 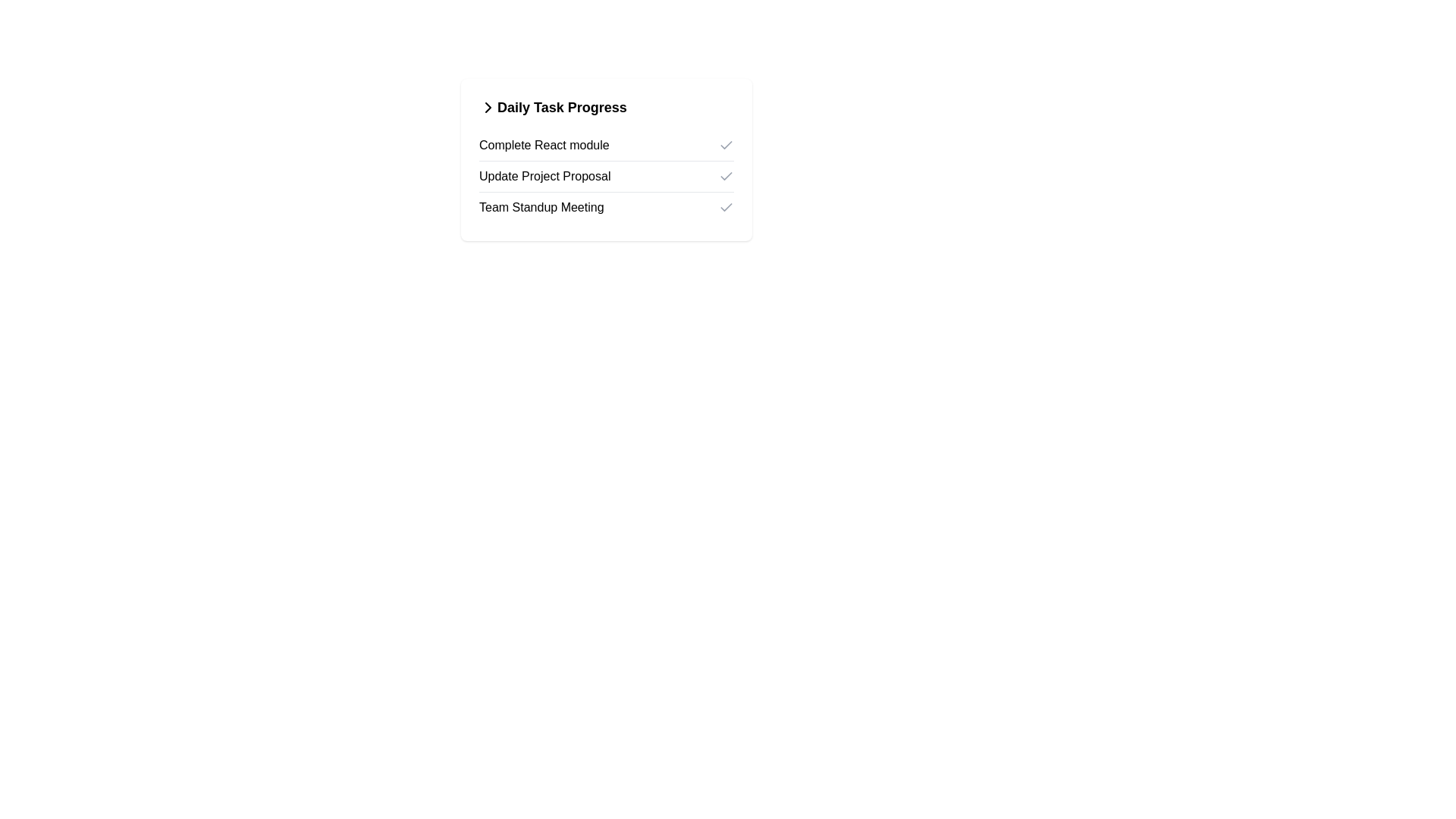 What do you see at coordinates (488, 107) in the screenshot?
I see `the chevron icon located to the left of the text 'Daily Task Progress', indicating expandability or forward navigation` at bounding box center [488, 107].